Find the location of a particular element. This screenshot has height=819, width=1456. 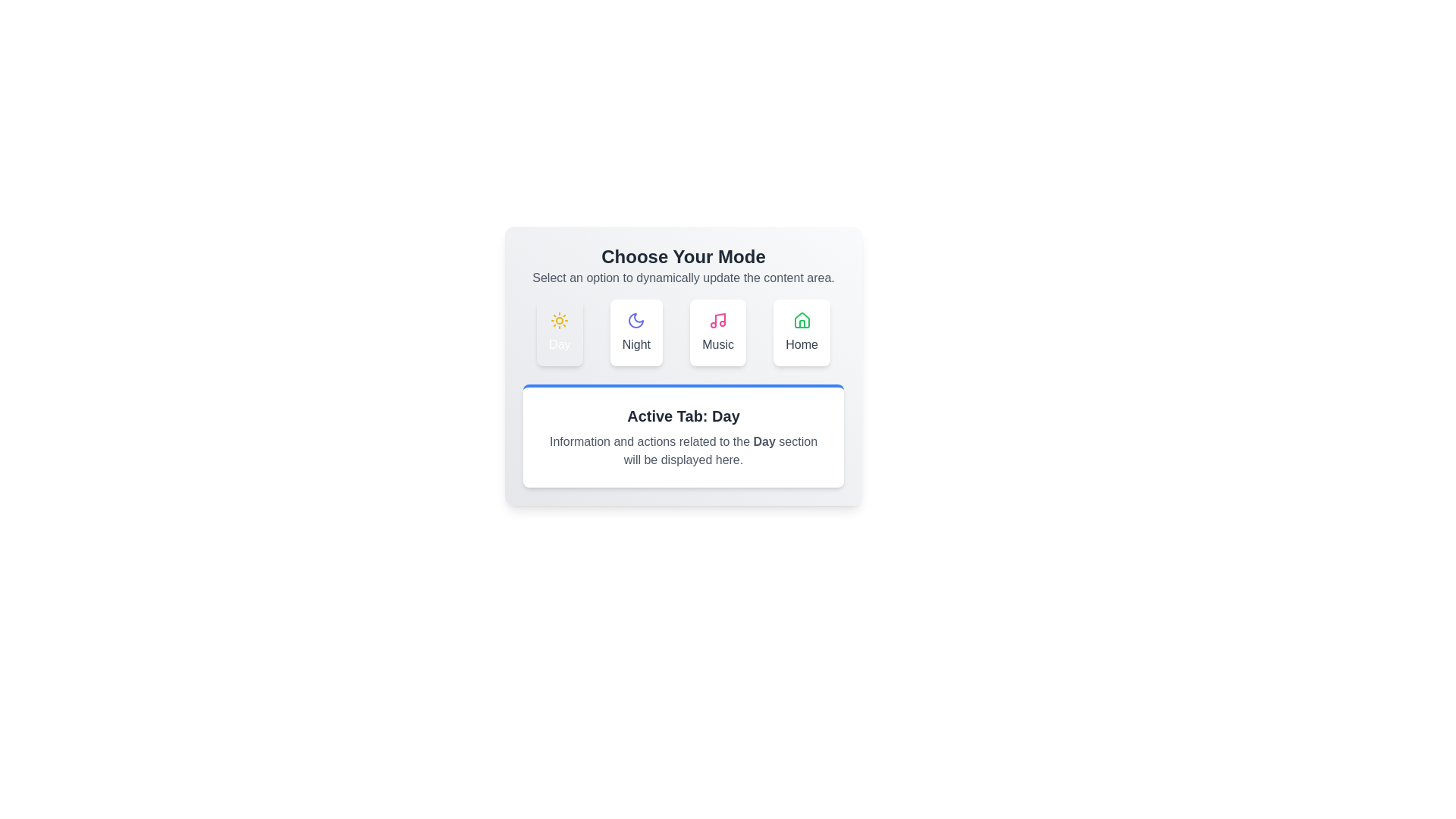

the 'Home' mode icon in the fourth position of the 'Choose Your Mode' icon group is located at coordinates (801, 319).